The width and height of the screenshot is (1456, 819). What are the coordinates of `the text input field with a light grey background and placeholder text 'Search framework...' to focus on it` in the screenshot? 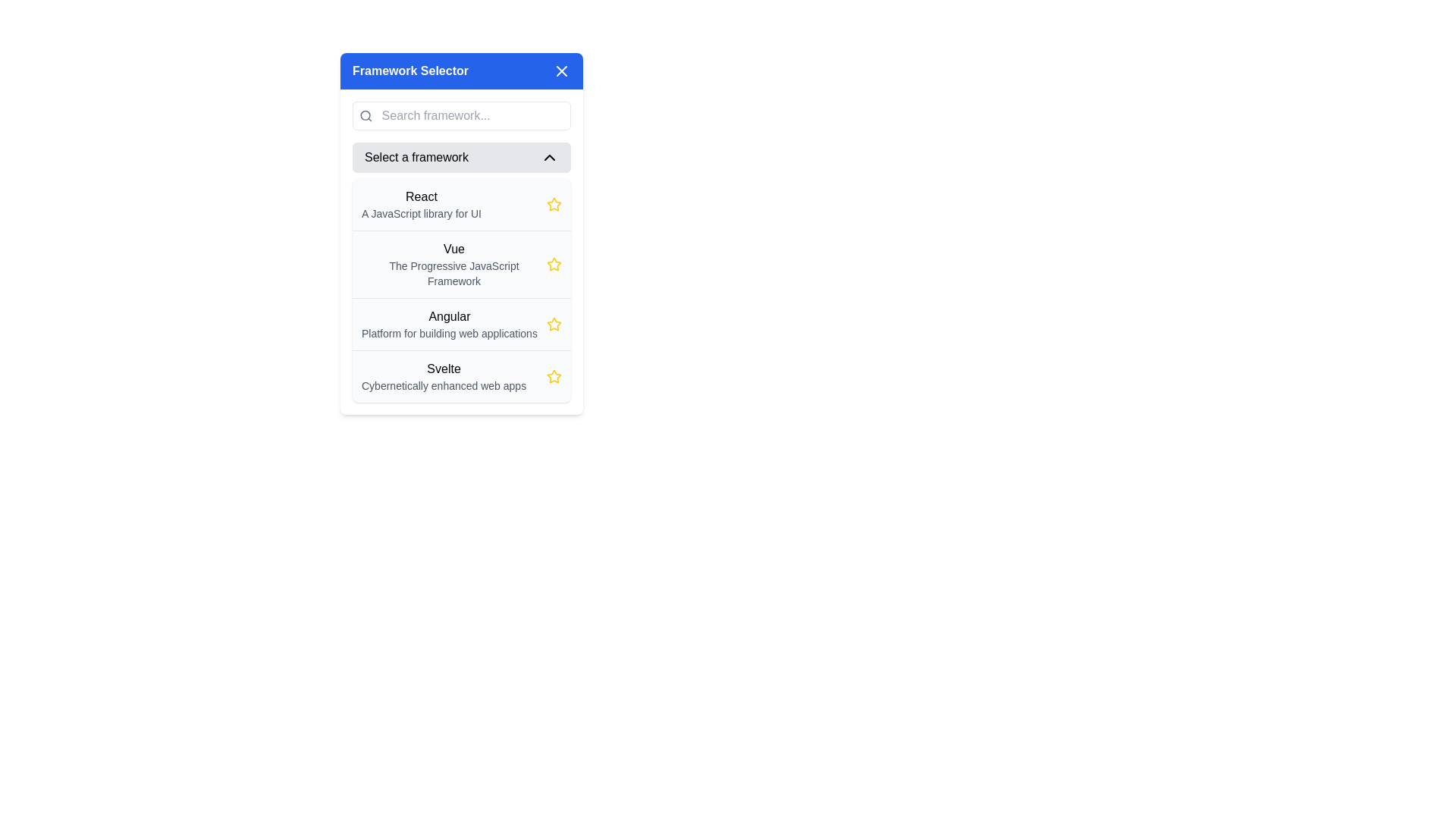 It's located at (473, 115).